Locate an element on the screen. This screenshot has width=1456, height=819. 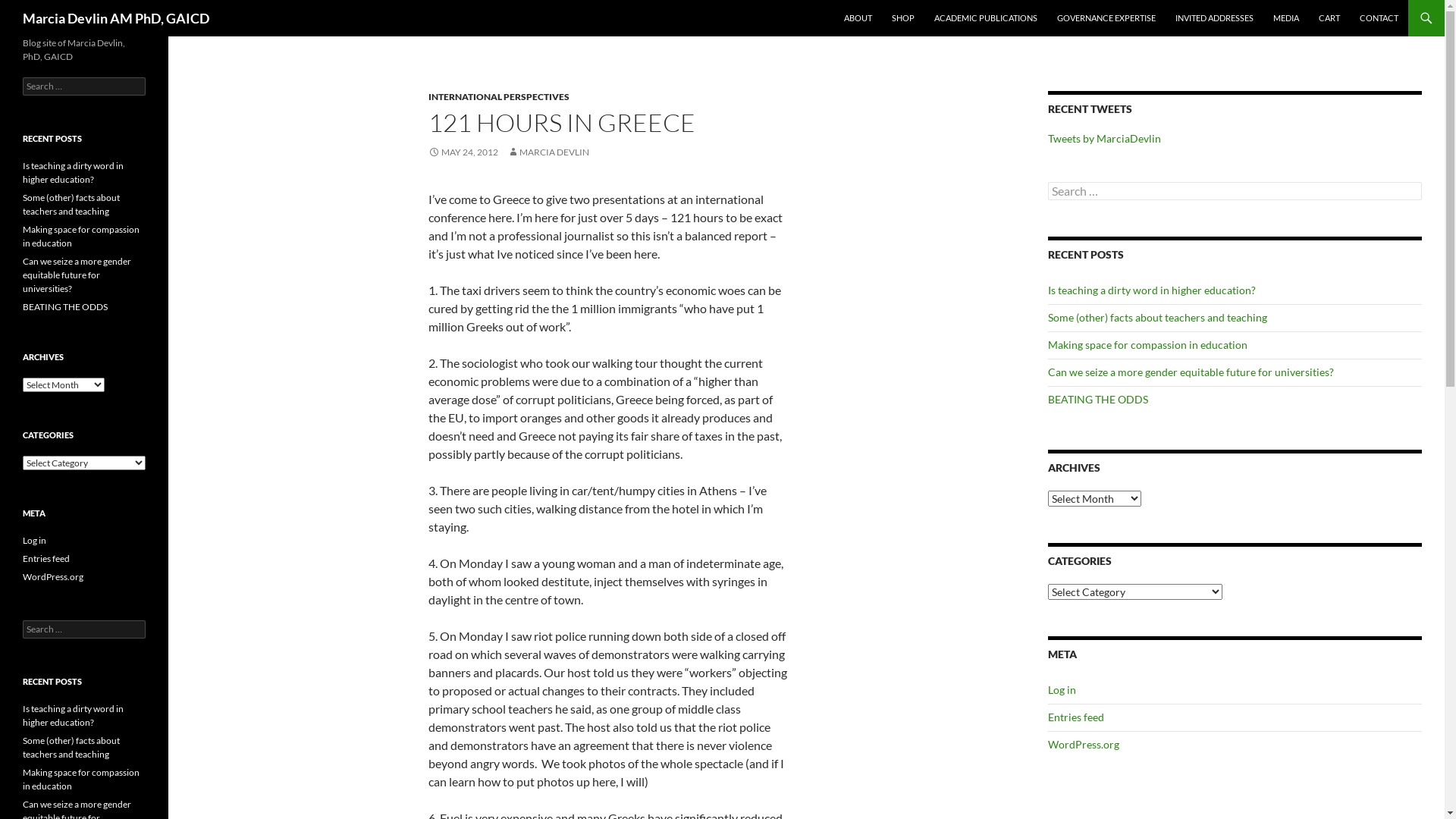
'Marcia Devlin AM PhD, GAICD' is located at coordinates (115, 17).